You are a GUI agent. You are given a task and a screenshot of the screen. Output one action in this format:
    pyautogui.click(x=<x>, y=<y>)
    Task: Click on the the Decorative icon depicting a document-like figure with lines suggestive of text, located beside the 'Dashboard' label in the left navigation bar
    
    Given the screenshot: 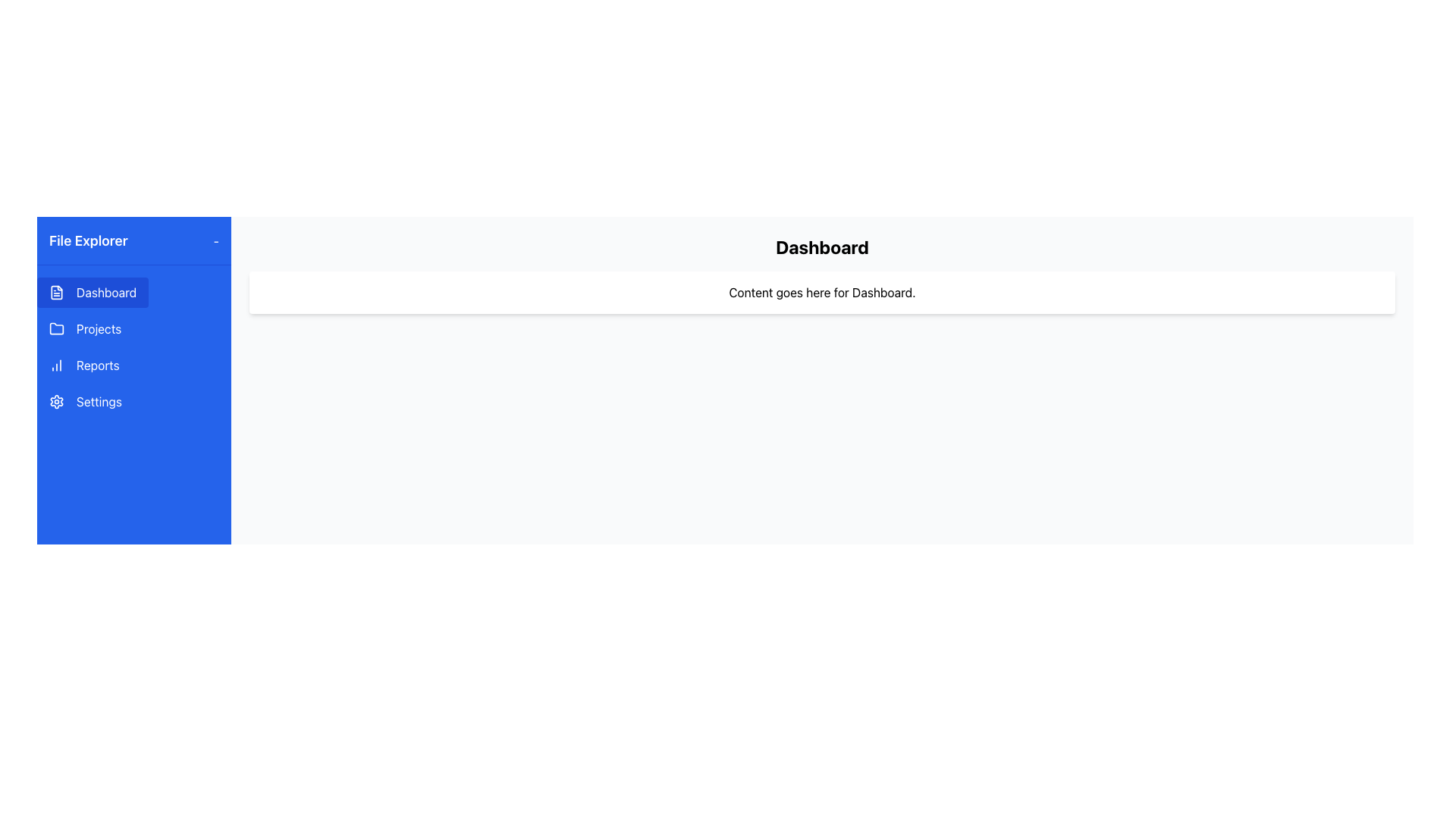 What is the action you would take?
    pyautogui.click(x=57, y=292)
    